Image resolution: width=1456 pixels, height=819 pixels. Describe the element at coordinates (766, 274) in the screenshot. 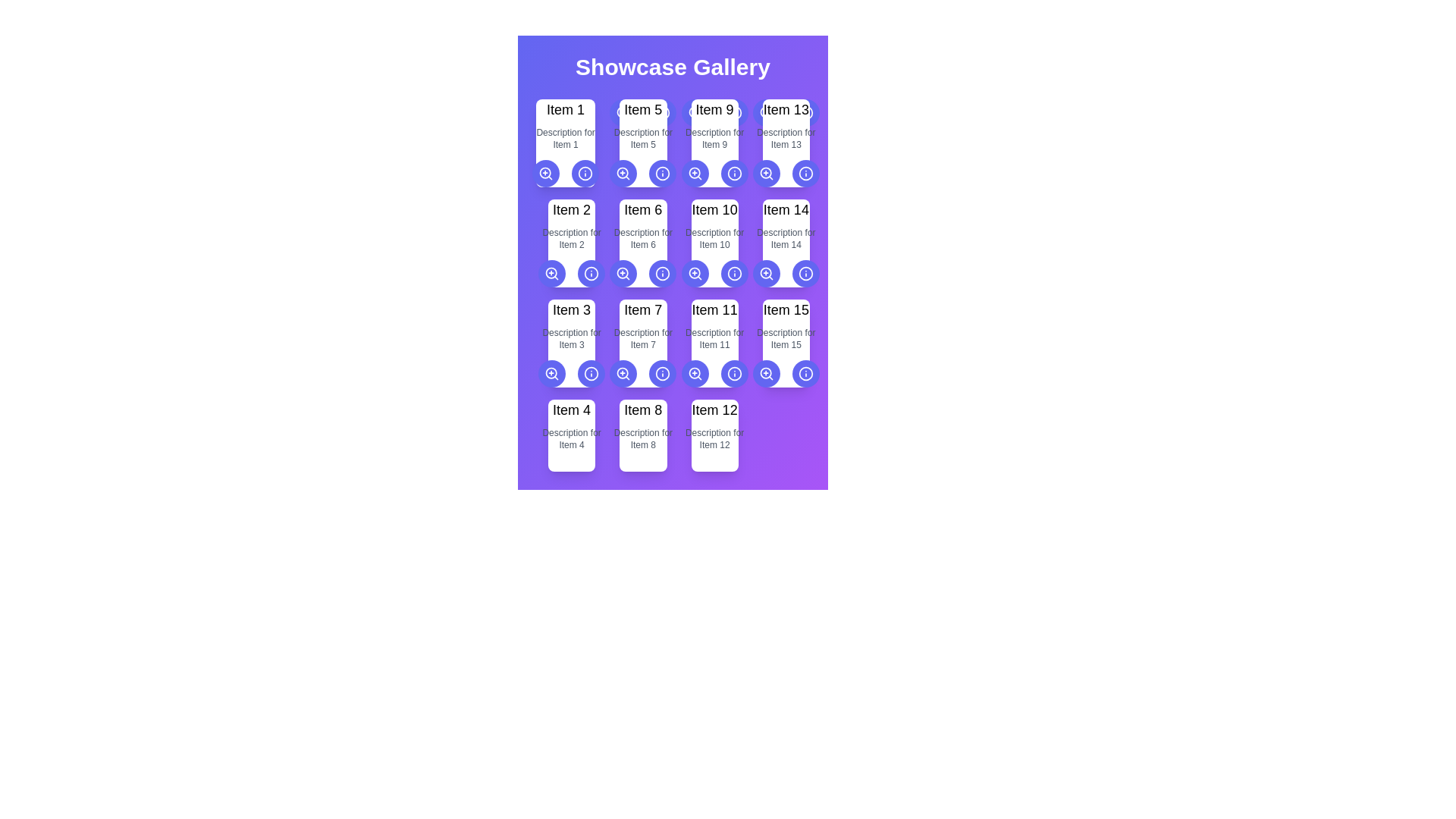

I see `the button located in the bottom-right corner of the 'Item 14' card` at that location.